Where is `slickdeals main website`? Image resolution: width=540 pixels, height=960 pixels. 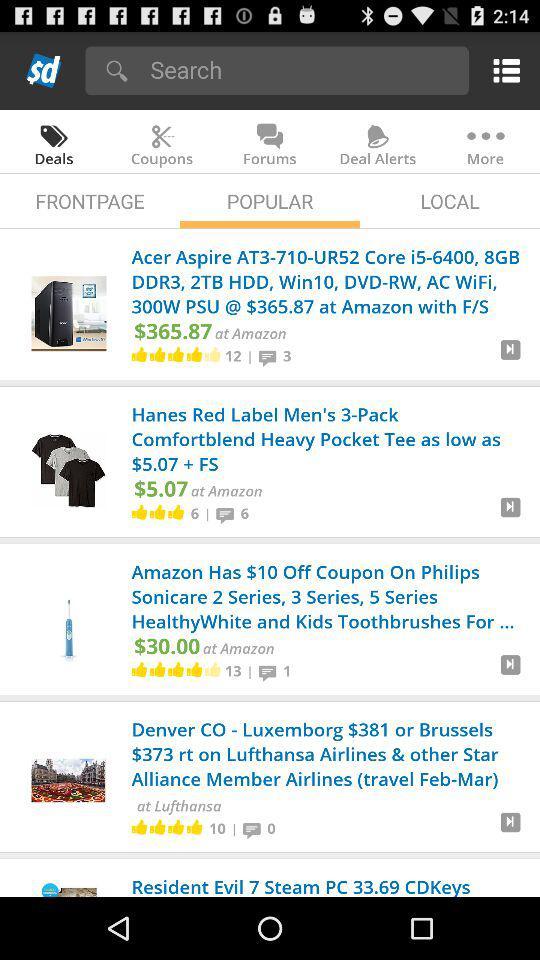 slickdeals main website is located at coordinates (44, 70).